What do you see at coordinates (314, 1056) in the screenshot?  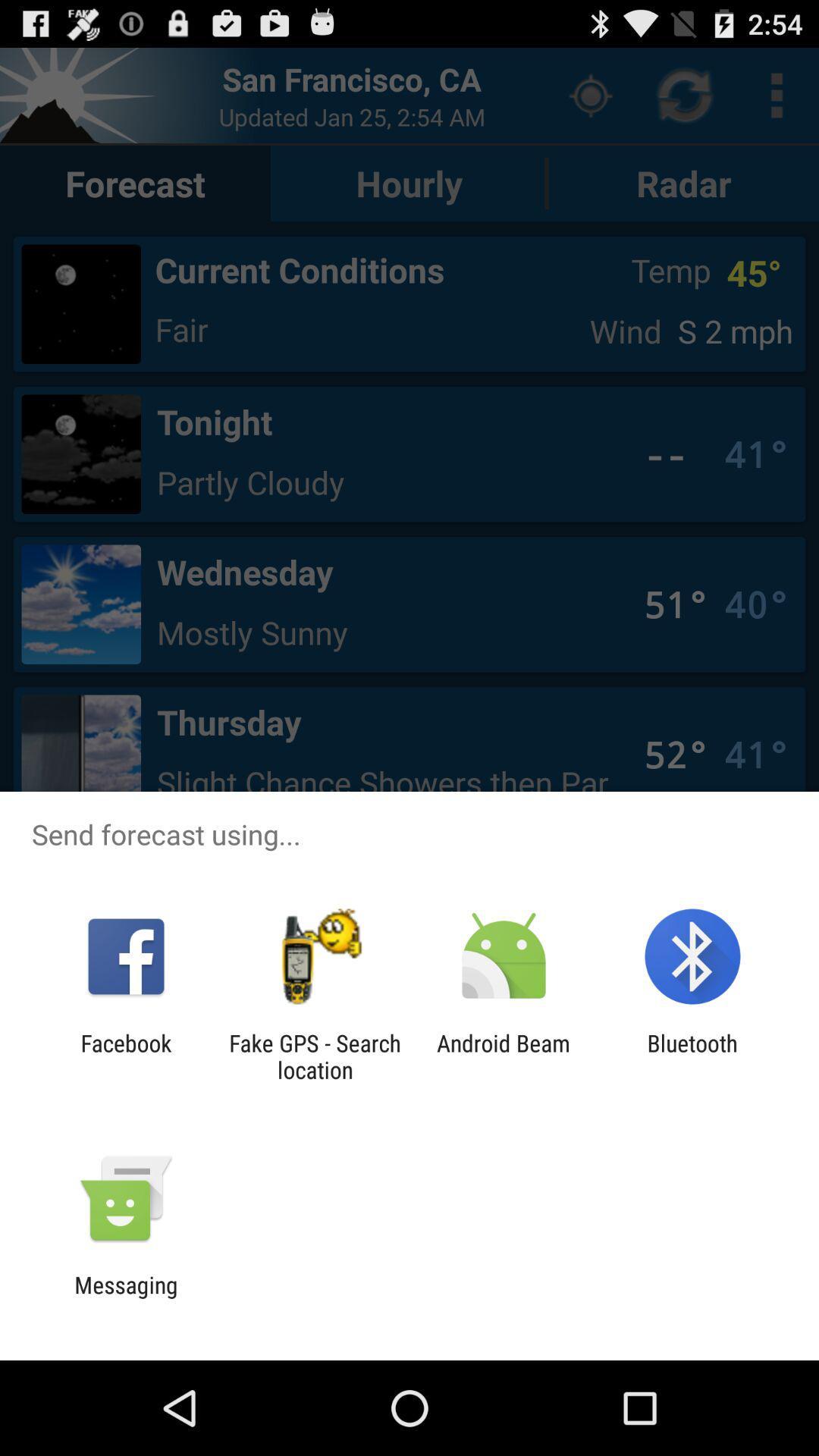 I see `the fake gps search item` at bounding box center [314, 1056].